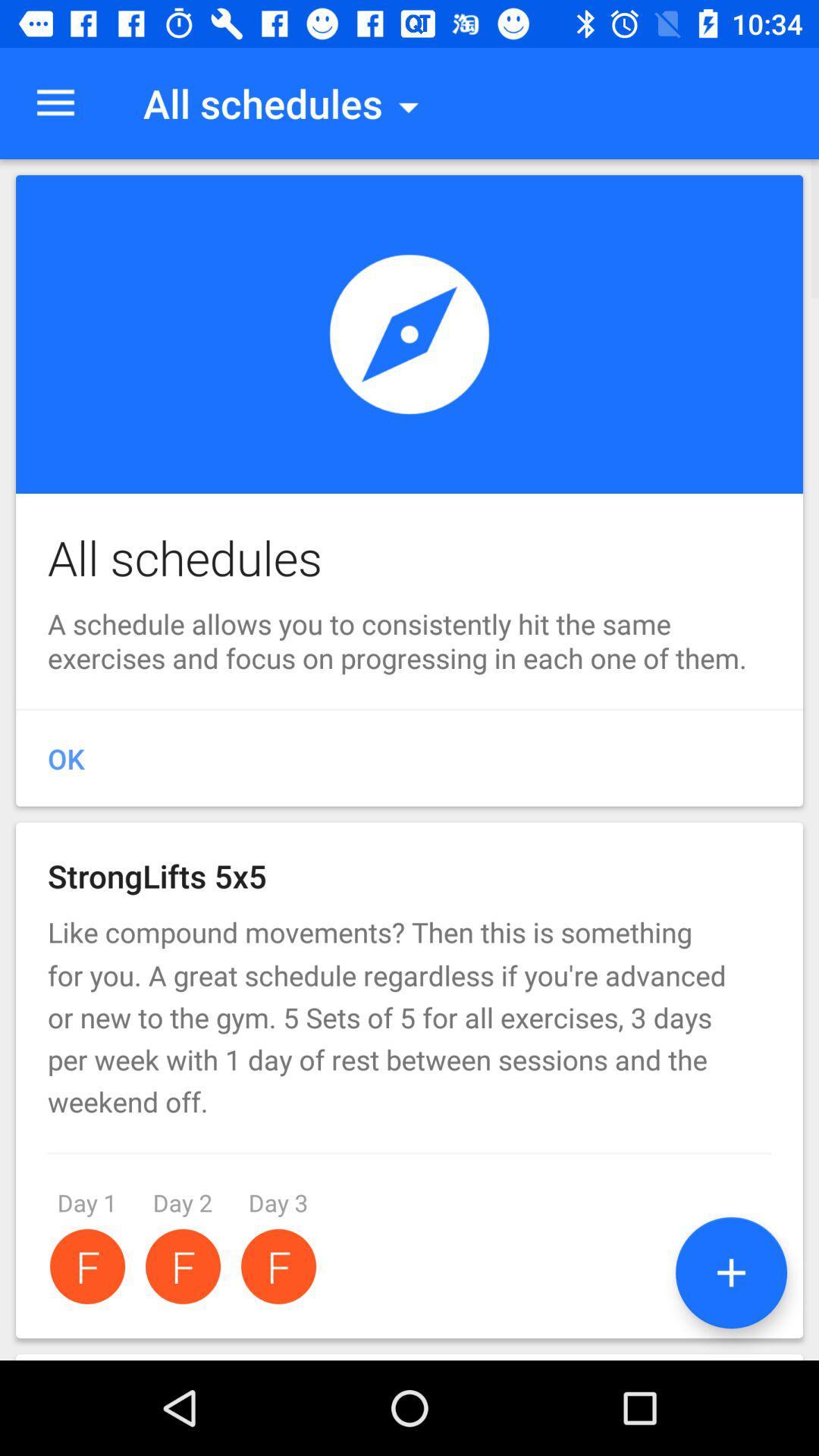 The height and width of the screenshot is (1456, 819). Describe the element at coordinates (409, 491) in the screenshot. I see `the first item below the menu button from top` at that location.